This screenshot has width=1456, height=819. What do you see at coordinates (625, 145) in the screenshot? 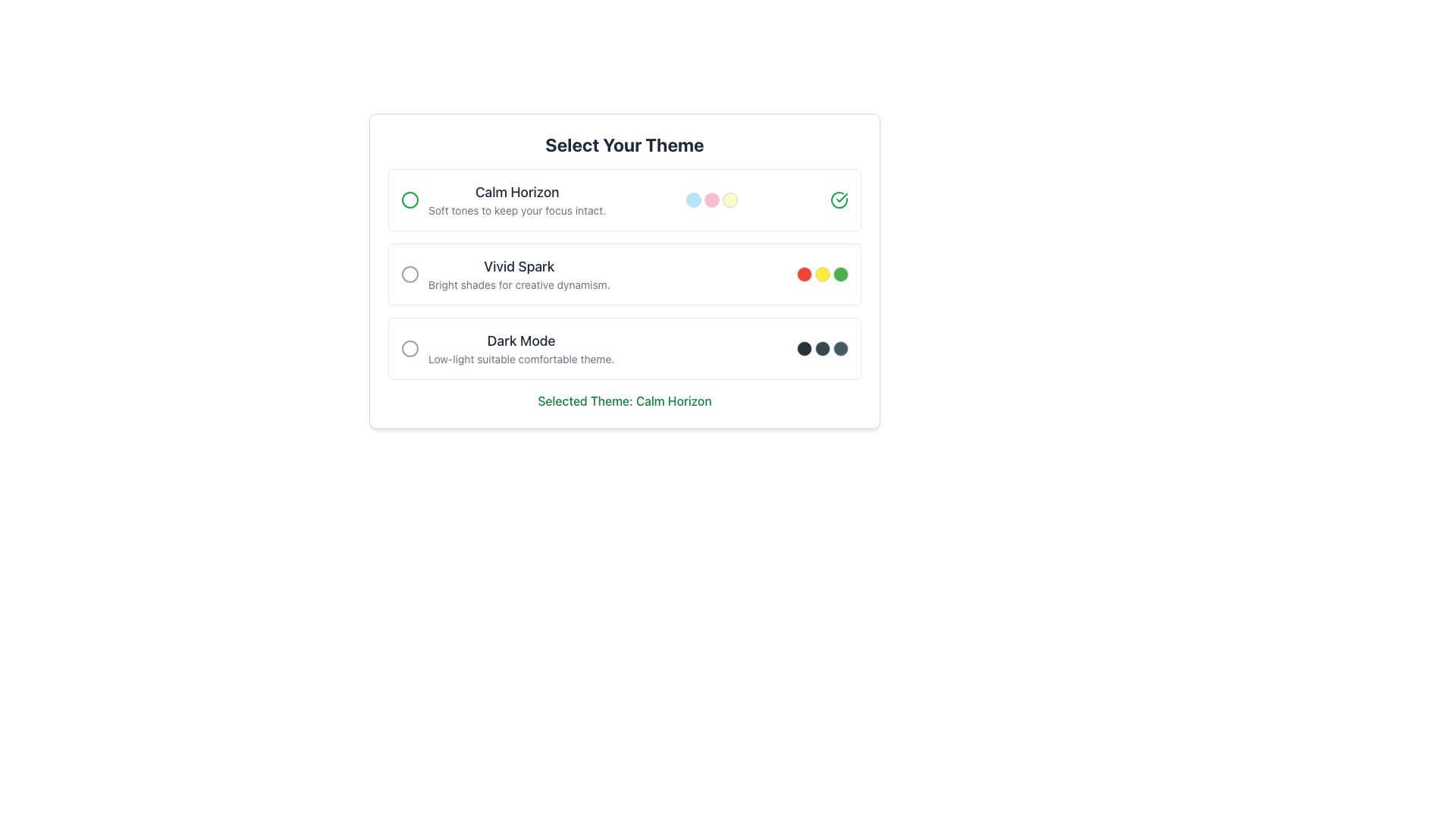
I see `text of the header element that indicates the theme selection purpose, positioned at the top of the panel` at bounding box center [625, 145].